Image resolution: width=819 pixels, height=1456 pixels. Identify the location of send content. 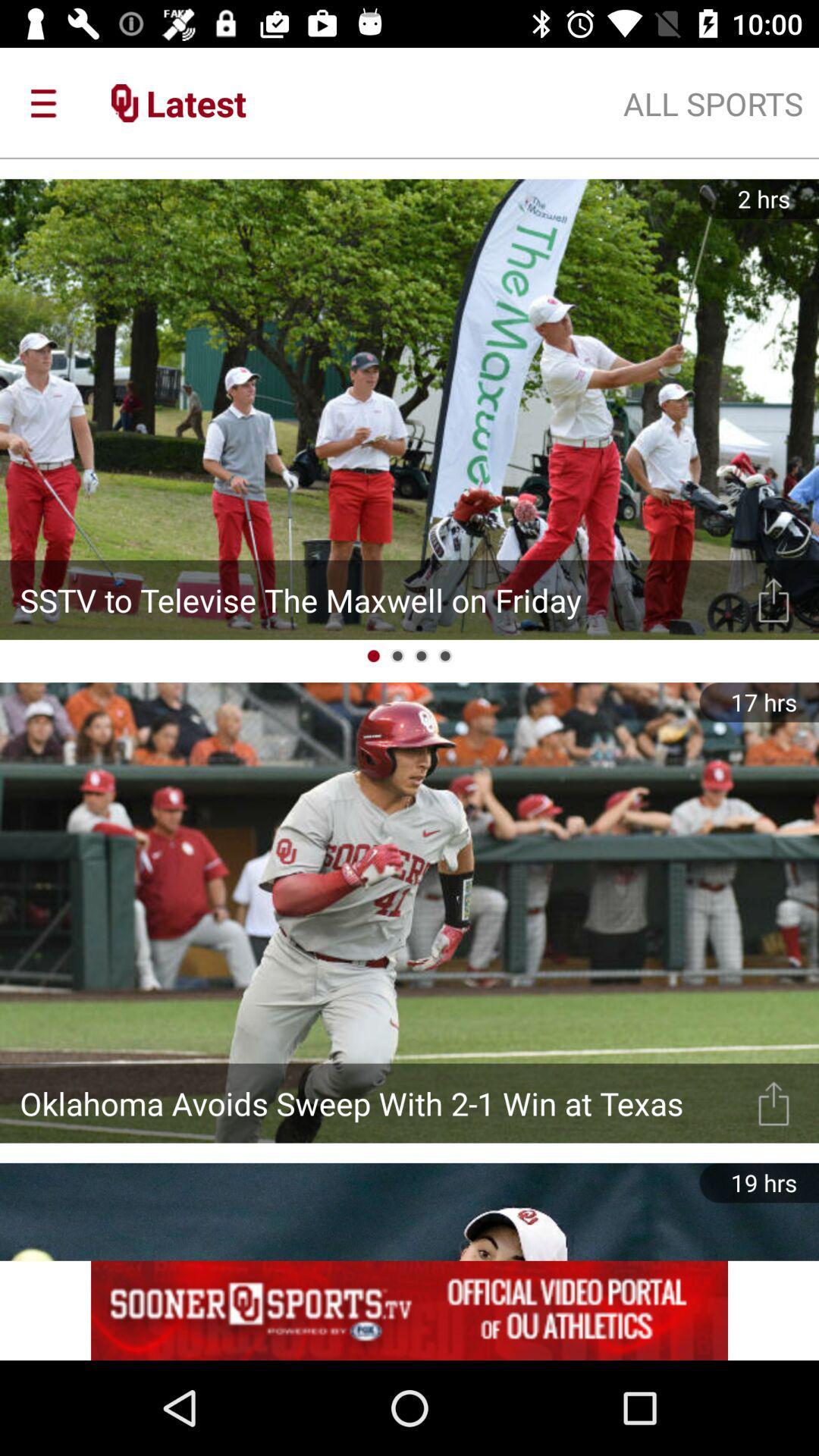
(773, 1103).